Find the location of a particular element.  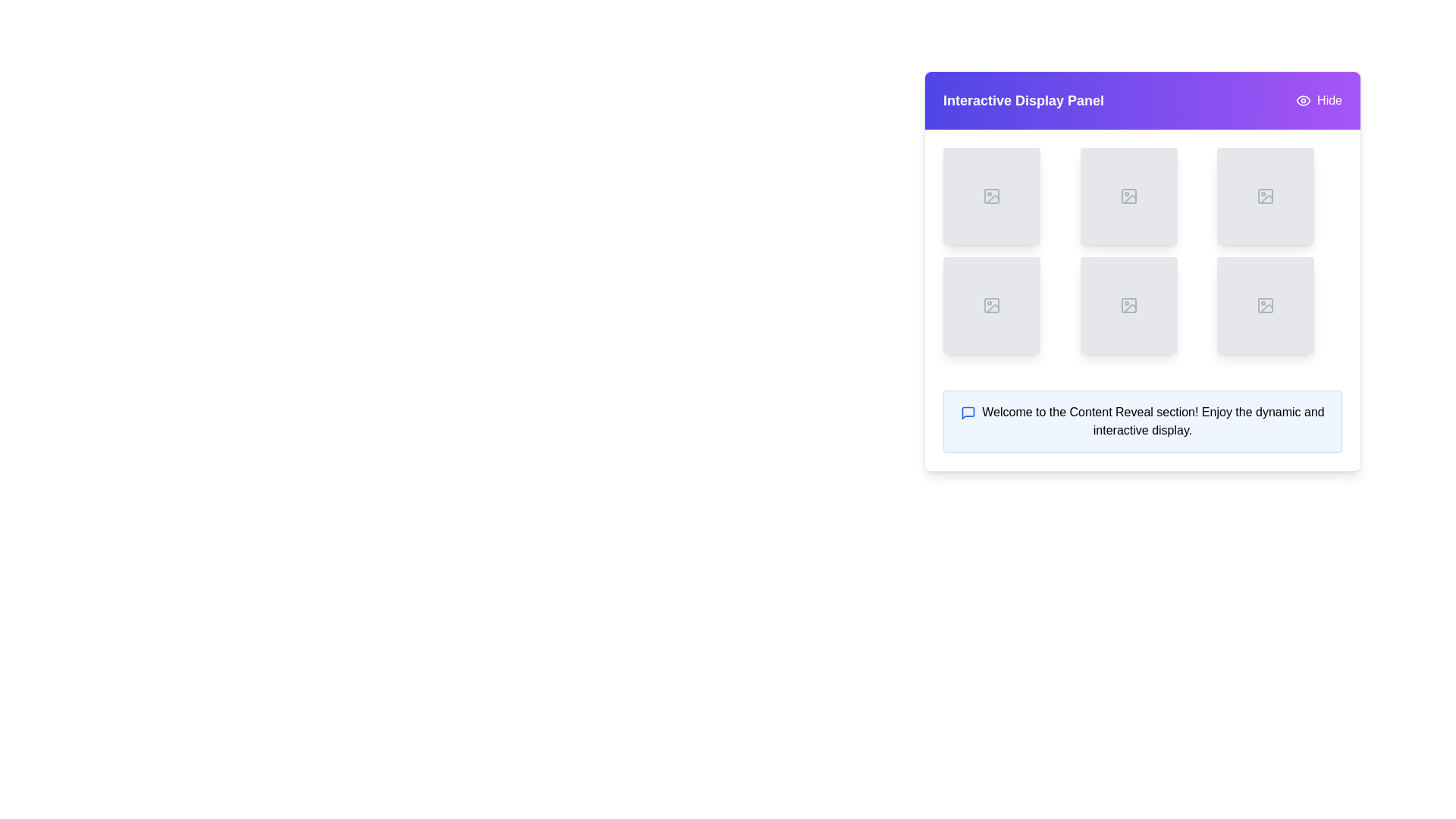

the central icon located in the top-right square of the 2x3 grid within the visible panel is located at coordinates (1266, 195).